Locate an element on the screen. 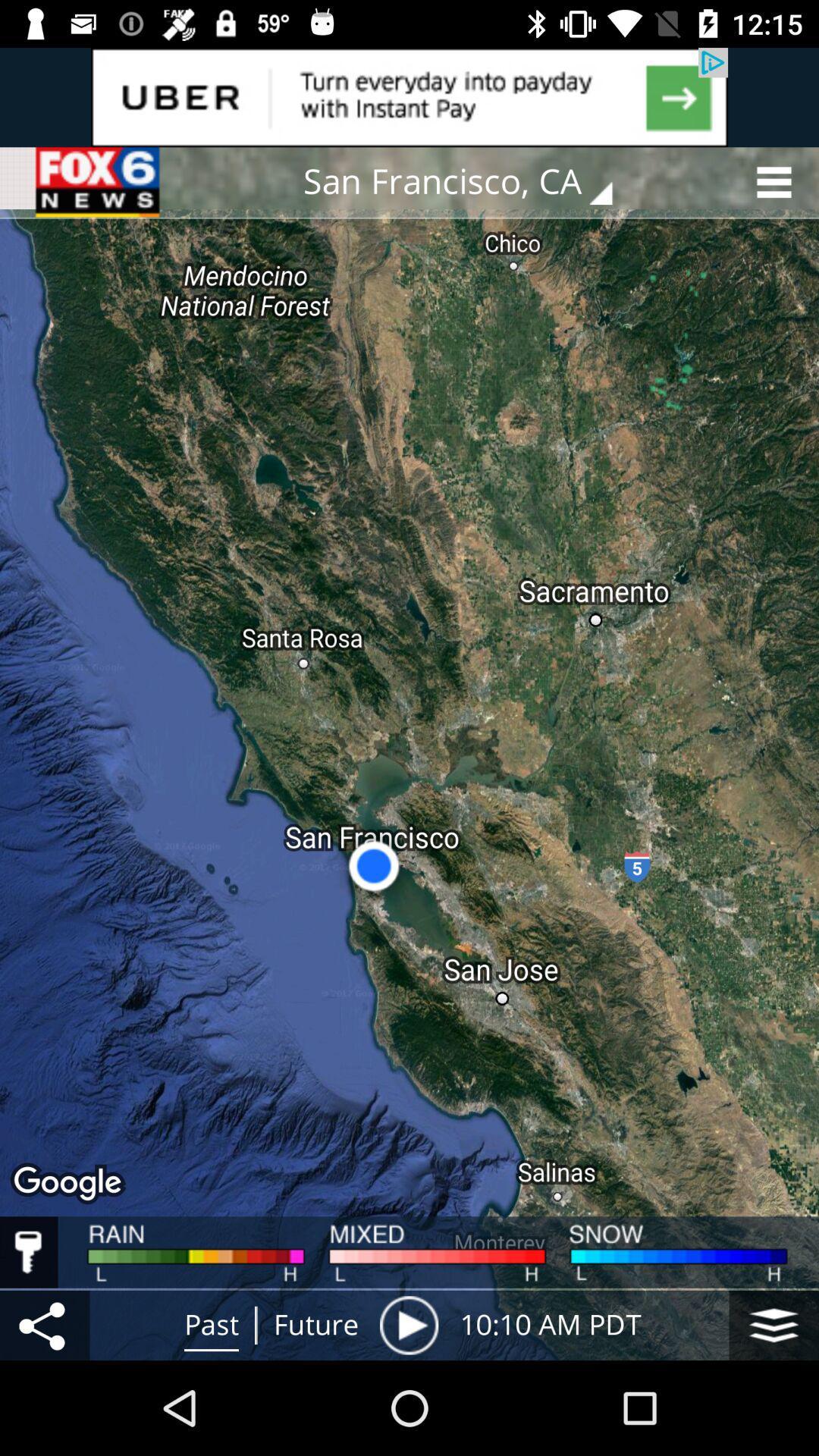 This screenshot has width=819, height=1456. the layers icon is located at coordinates (773, 1324).